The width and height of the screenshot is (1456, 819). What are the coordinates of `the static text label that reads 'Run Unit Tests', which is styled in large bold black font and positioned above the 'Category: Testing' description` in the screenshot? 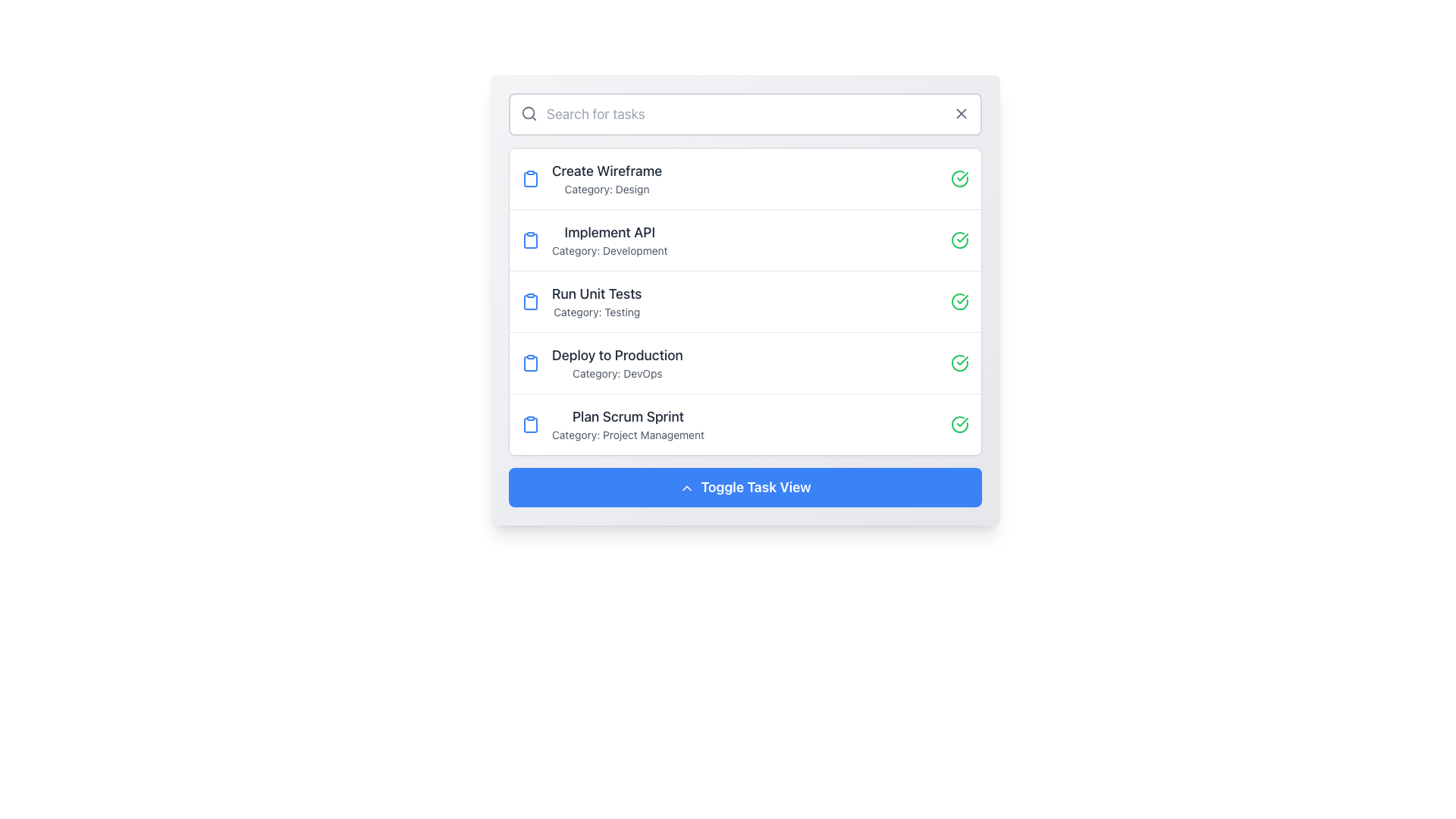 It's located at (596, 294).